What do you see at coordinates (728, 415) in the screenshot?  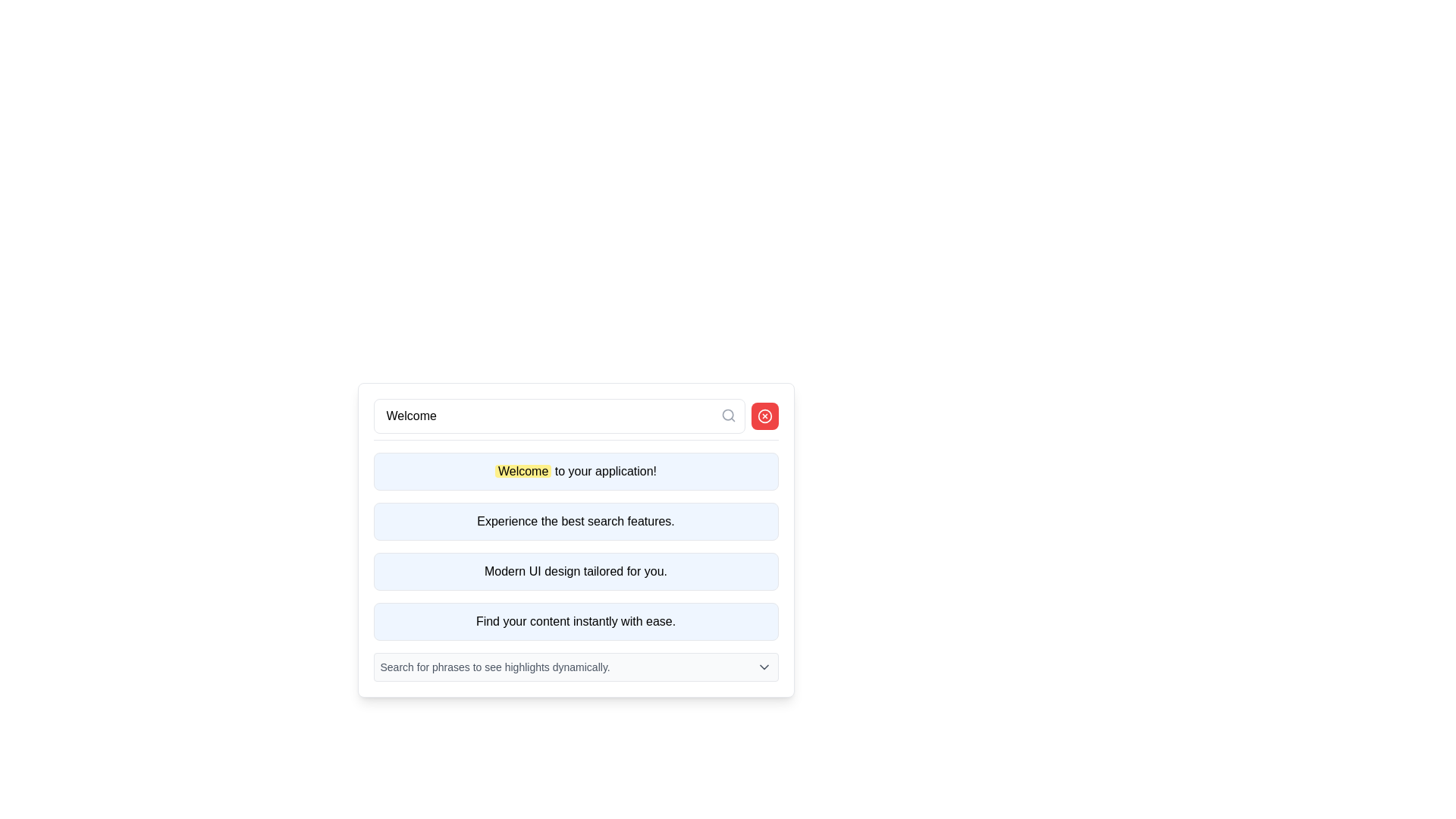 I see `the gray magnifying glass icon located inside the search input field at the right-hand side` at bounding box center [728, 415].